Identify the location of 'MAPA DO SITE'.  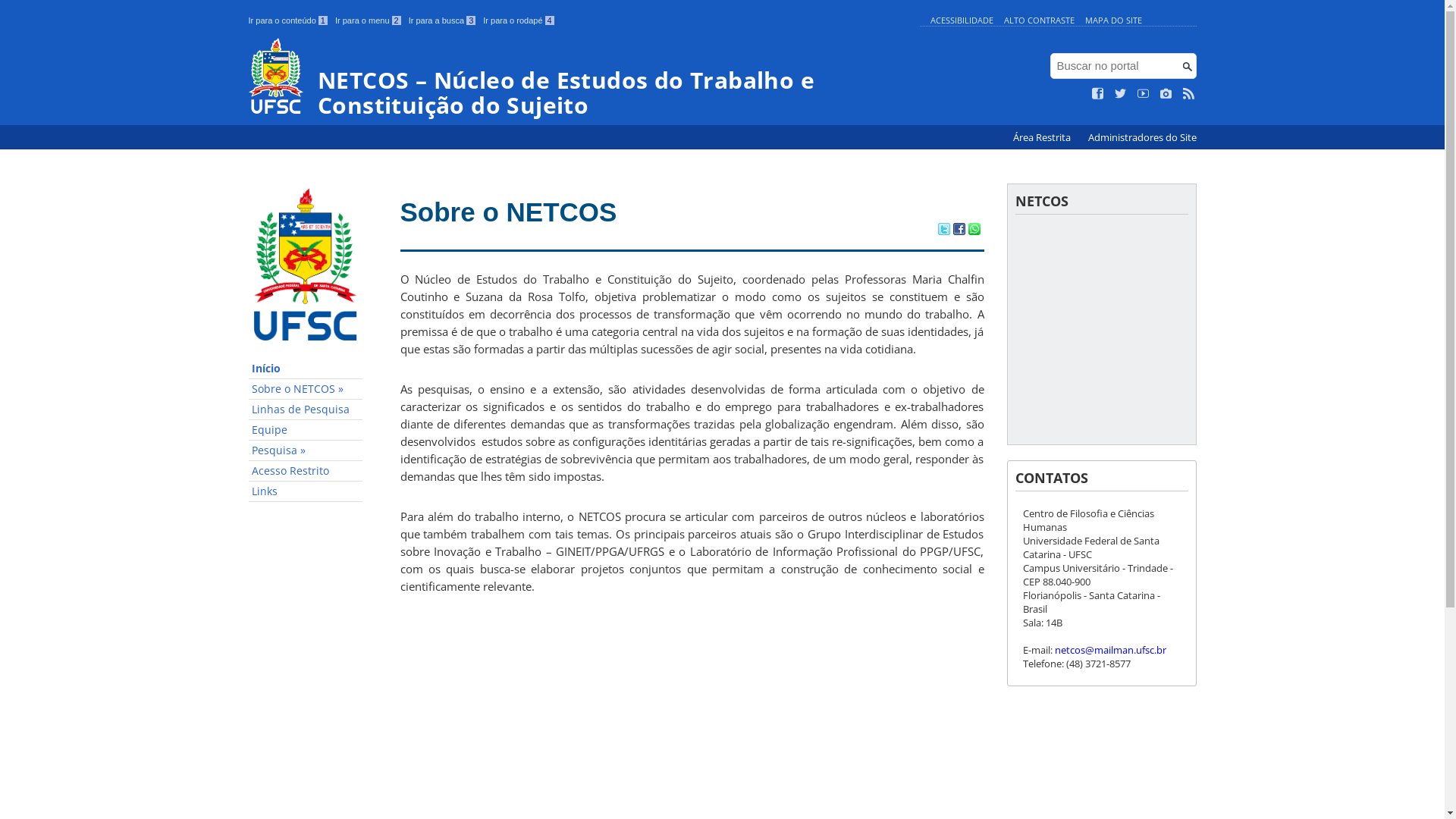
(1084, 20).